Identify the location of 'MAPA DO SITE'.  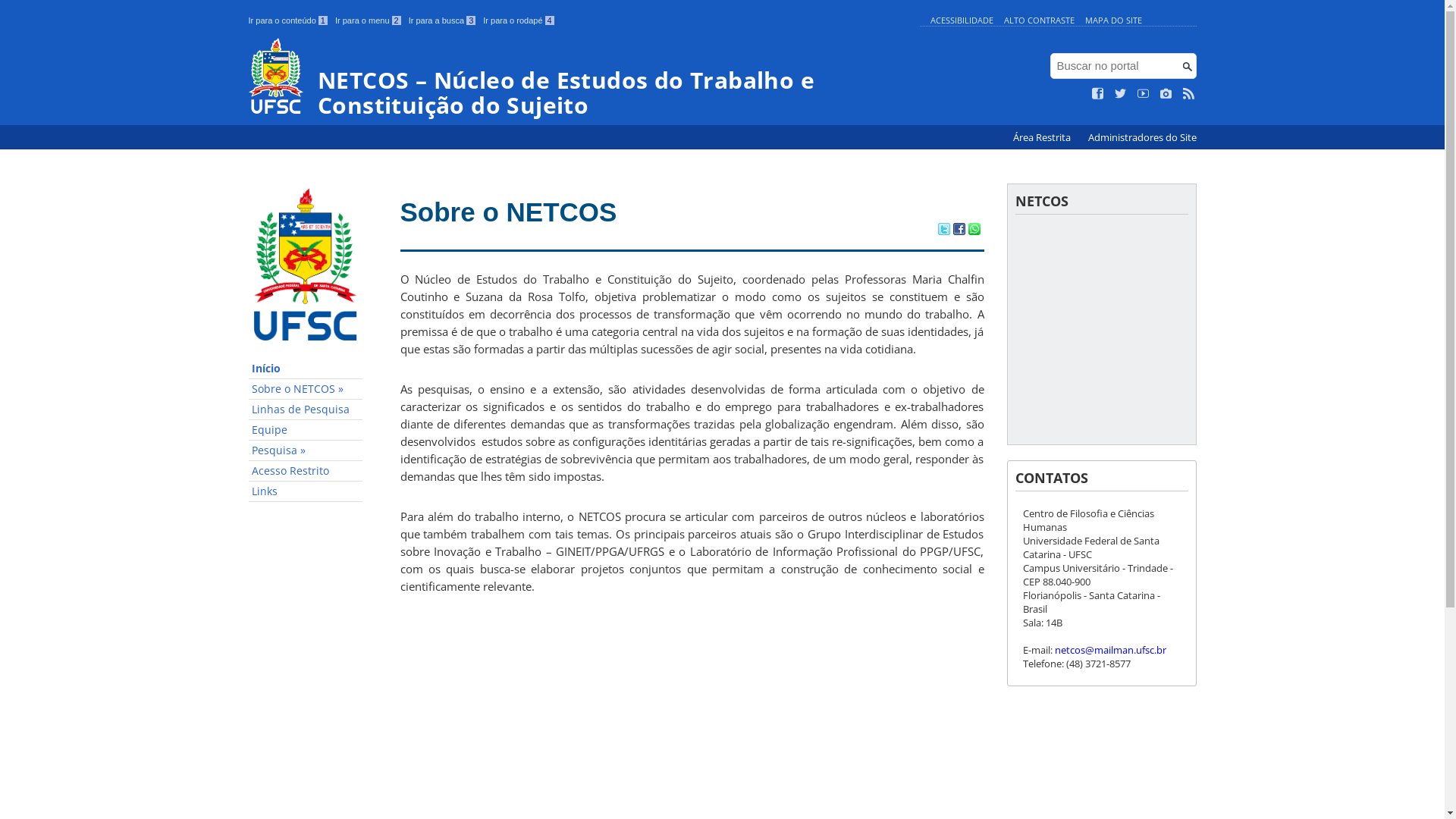
(1084, 20).